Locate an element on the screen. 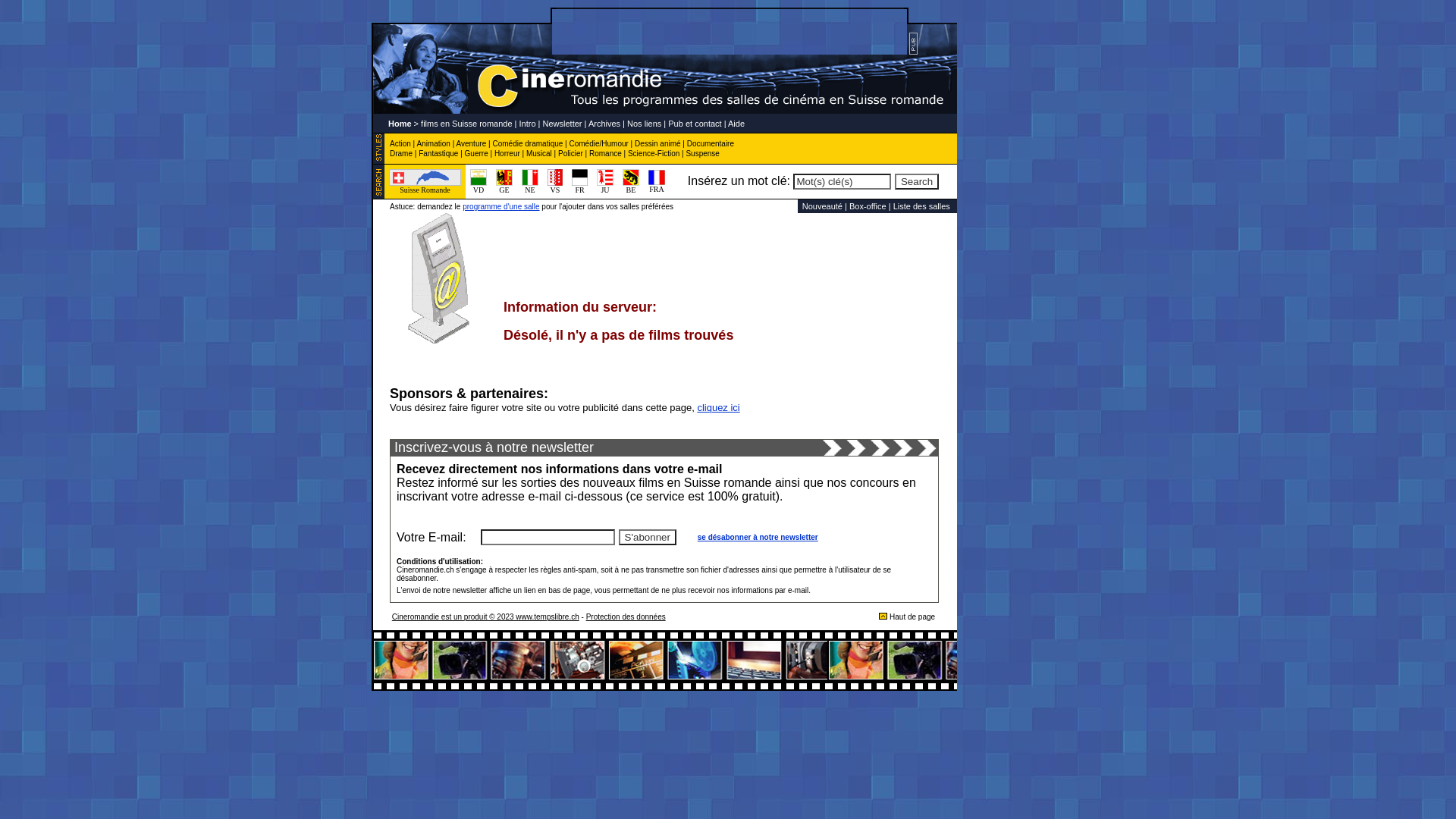 The height and width of the screenshot is (819, 1456). 'Nos liens' is located at coordinates (644, 122).